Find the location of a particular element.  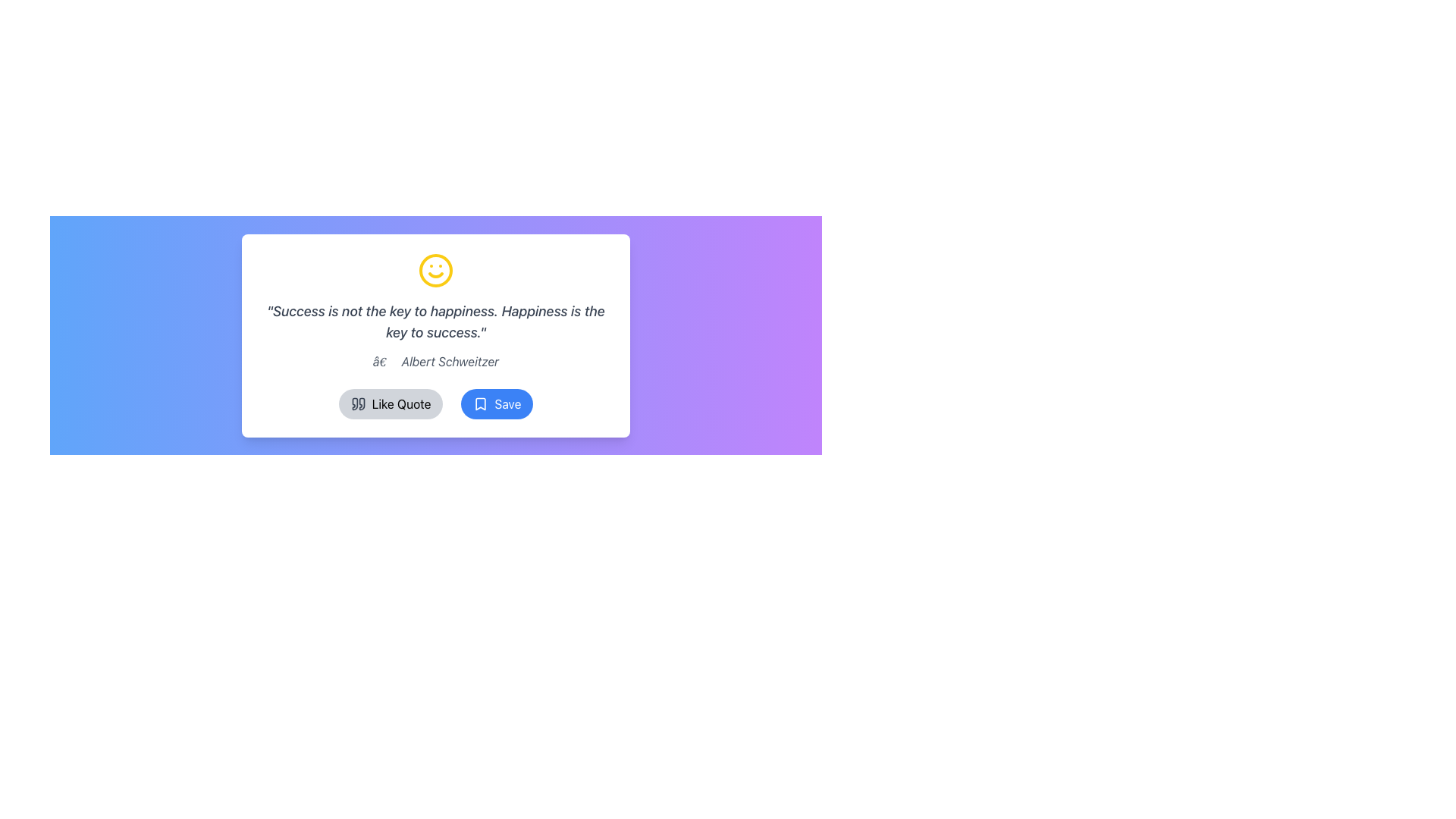

the save or bookmark button located at the bottom of the card section, which is positioned to the right of the 'Like Quote' button is located at coordinates (497, 403).